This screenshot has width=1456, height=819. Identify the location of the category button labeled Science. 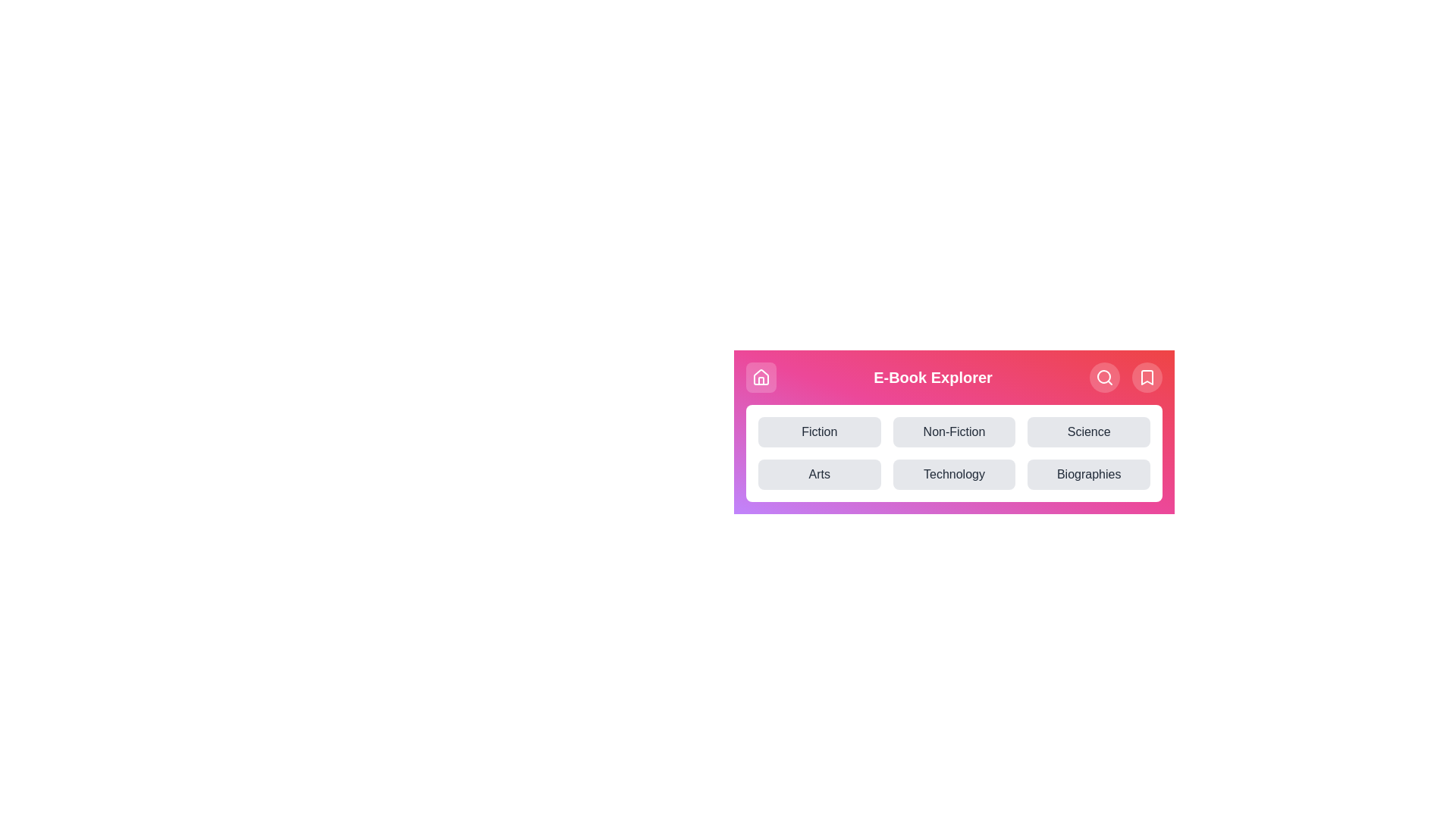
(1087, 432).